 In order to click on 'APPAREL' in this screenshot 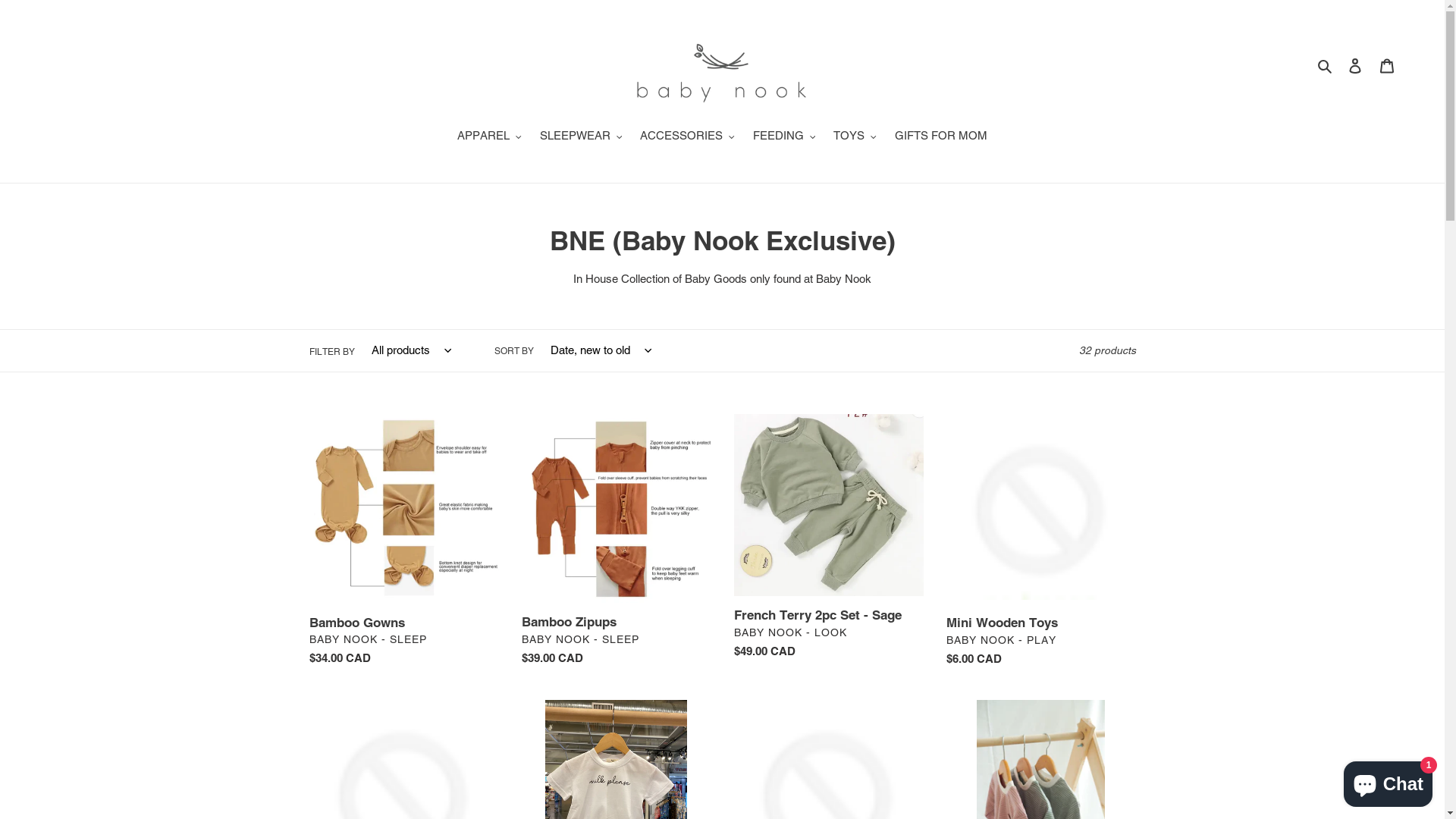, I will do `click(489, 137)`.